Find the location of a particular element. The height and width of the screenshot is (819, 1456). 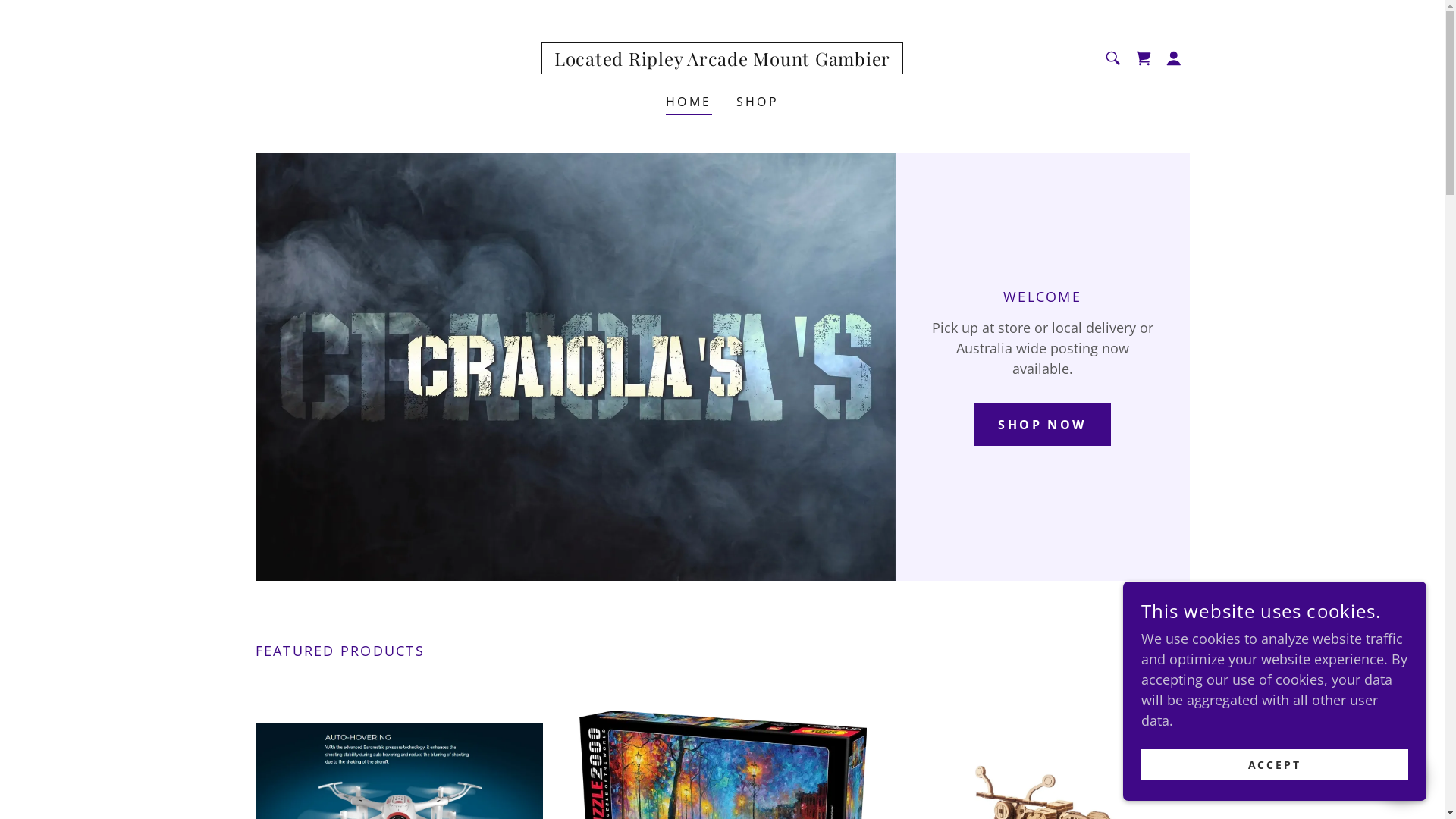

'SHOP NOW' is located at coordinates (1040, 424).